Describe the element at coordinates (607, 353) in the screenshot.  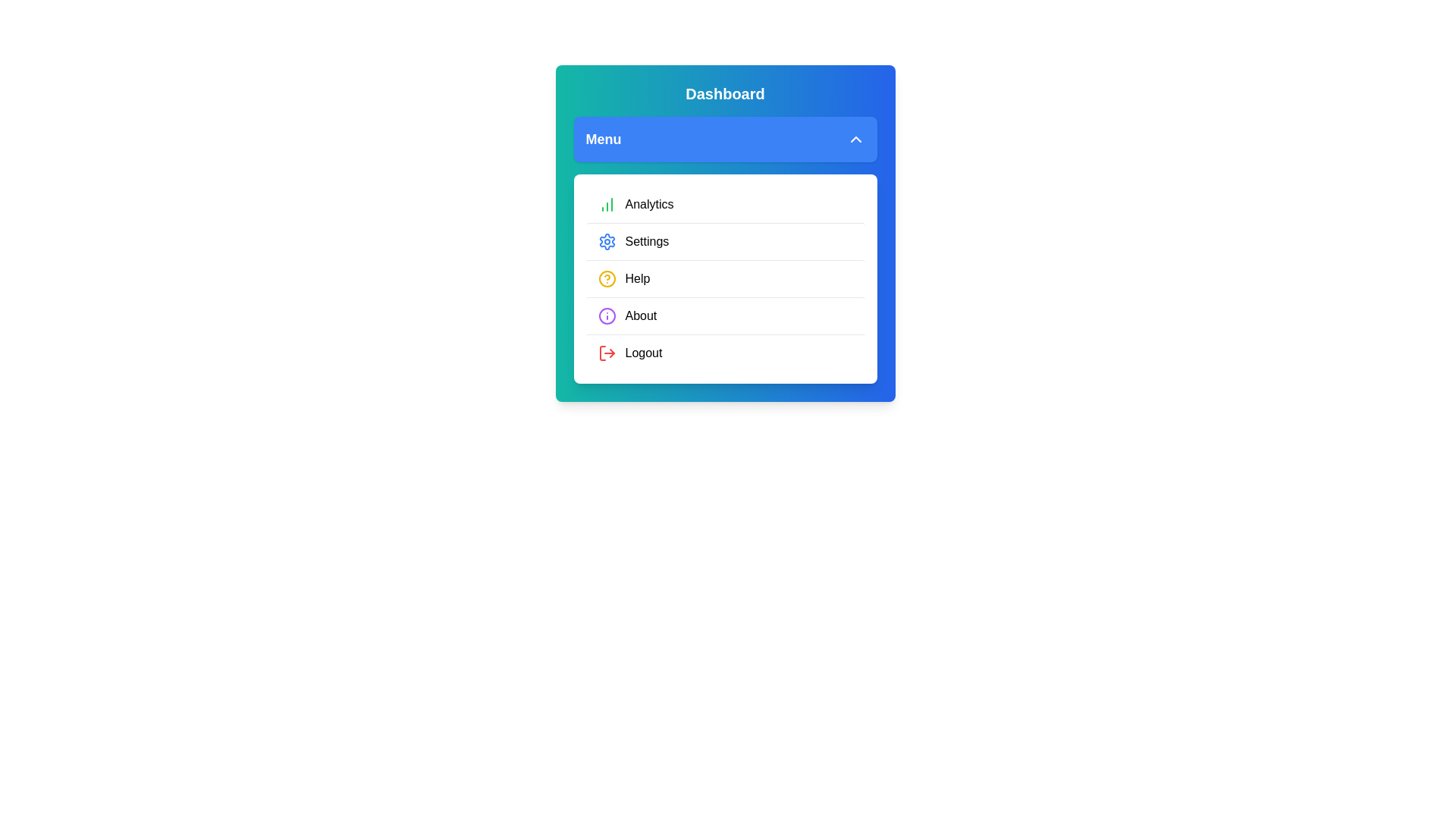
I see `the logout graphic icon located to the left of the 'Logout' label in the dropdown menu` at that location.